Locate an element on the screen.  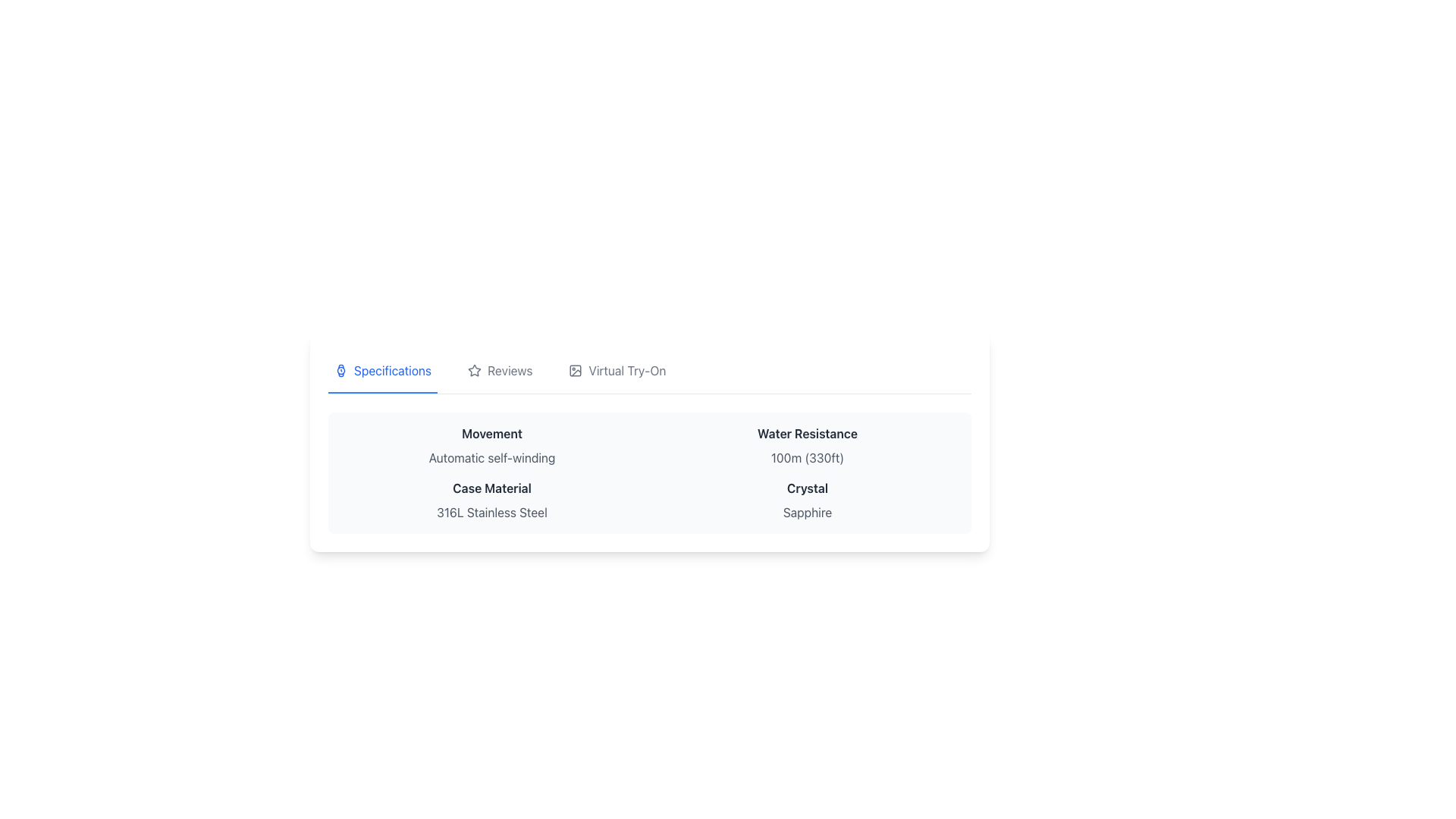
informational text block that states the material of the case, which is '316L Stainless Steel', located in the left column, third row of the grid layout is located at coordinates (491, 500).